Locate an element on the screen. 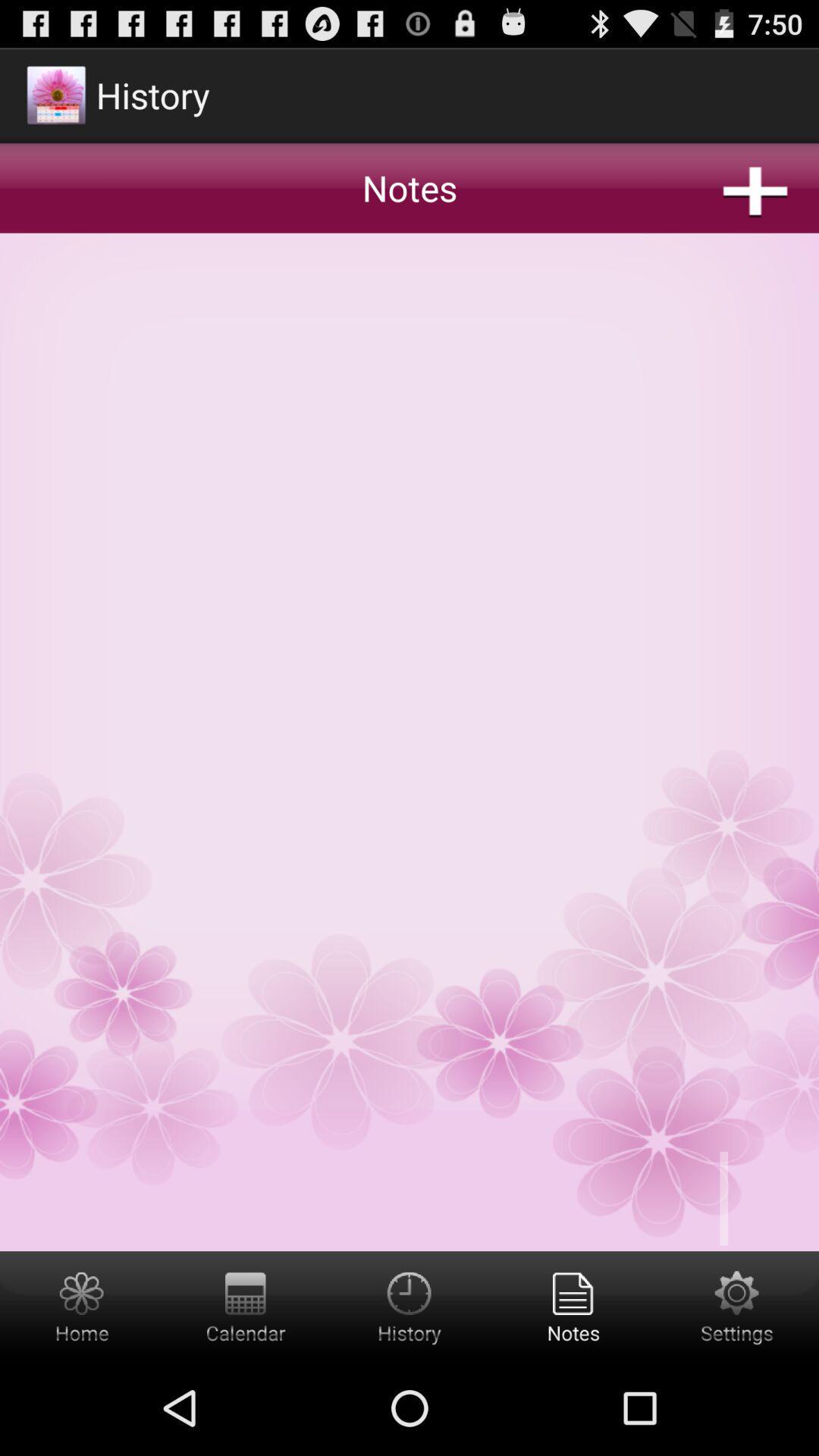 Image resolution: width=819 pixels, height=1456 pixels. home button is located at coordinates (82, 1305).